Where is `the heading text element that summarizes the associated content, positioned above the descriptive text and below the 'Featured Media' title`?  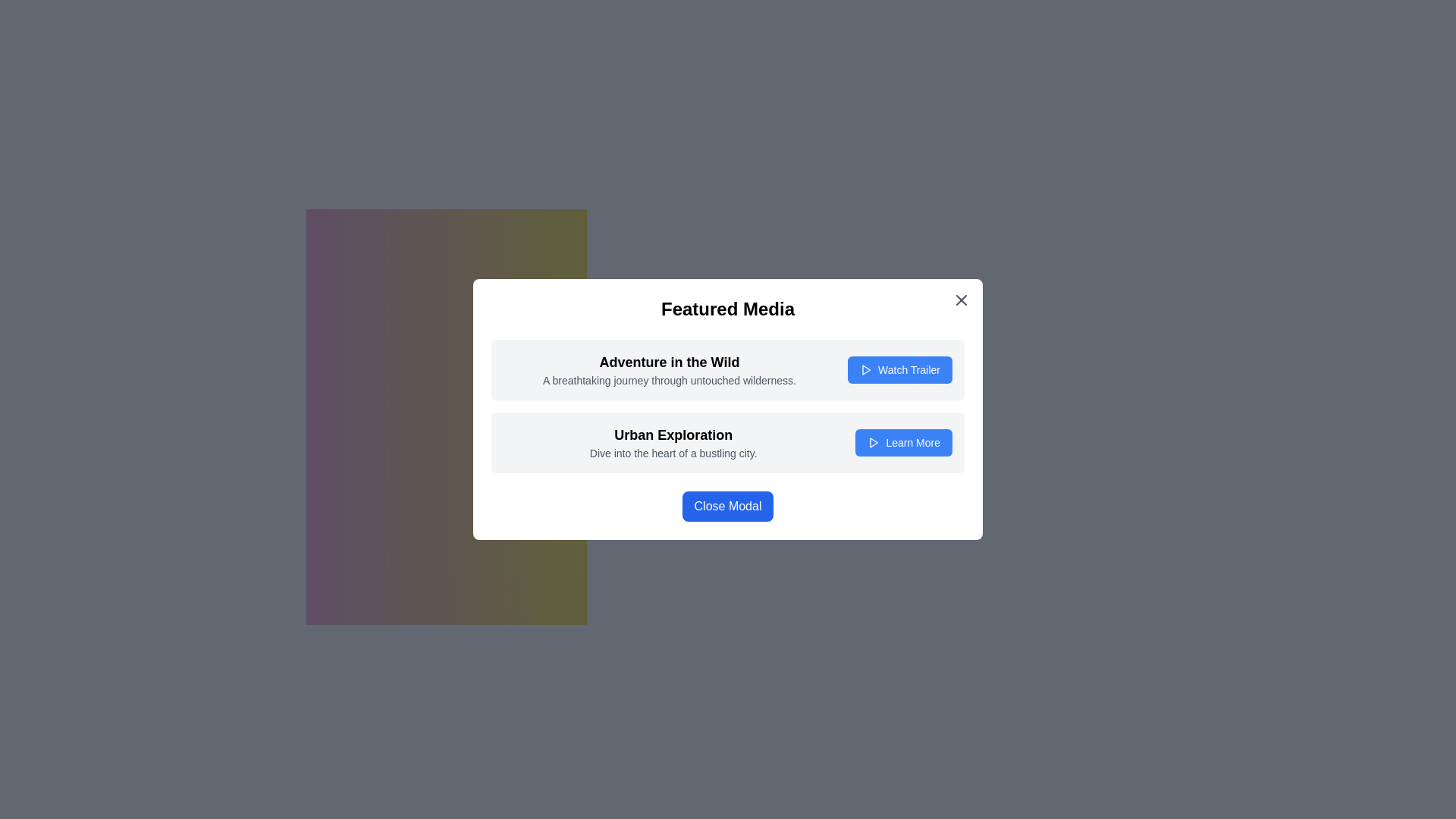
the heading text element that summarizes the associated content, positioned above the descriptive text and below the 'Featured Media' title is located at coordinates (669, 362).